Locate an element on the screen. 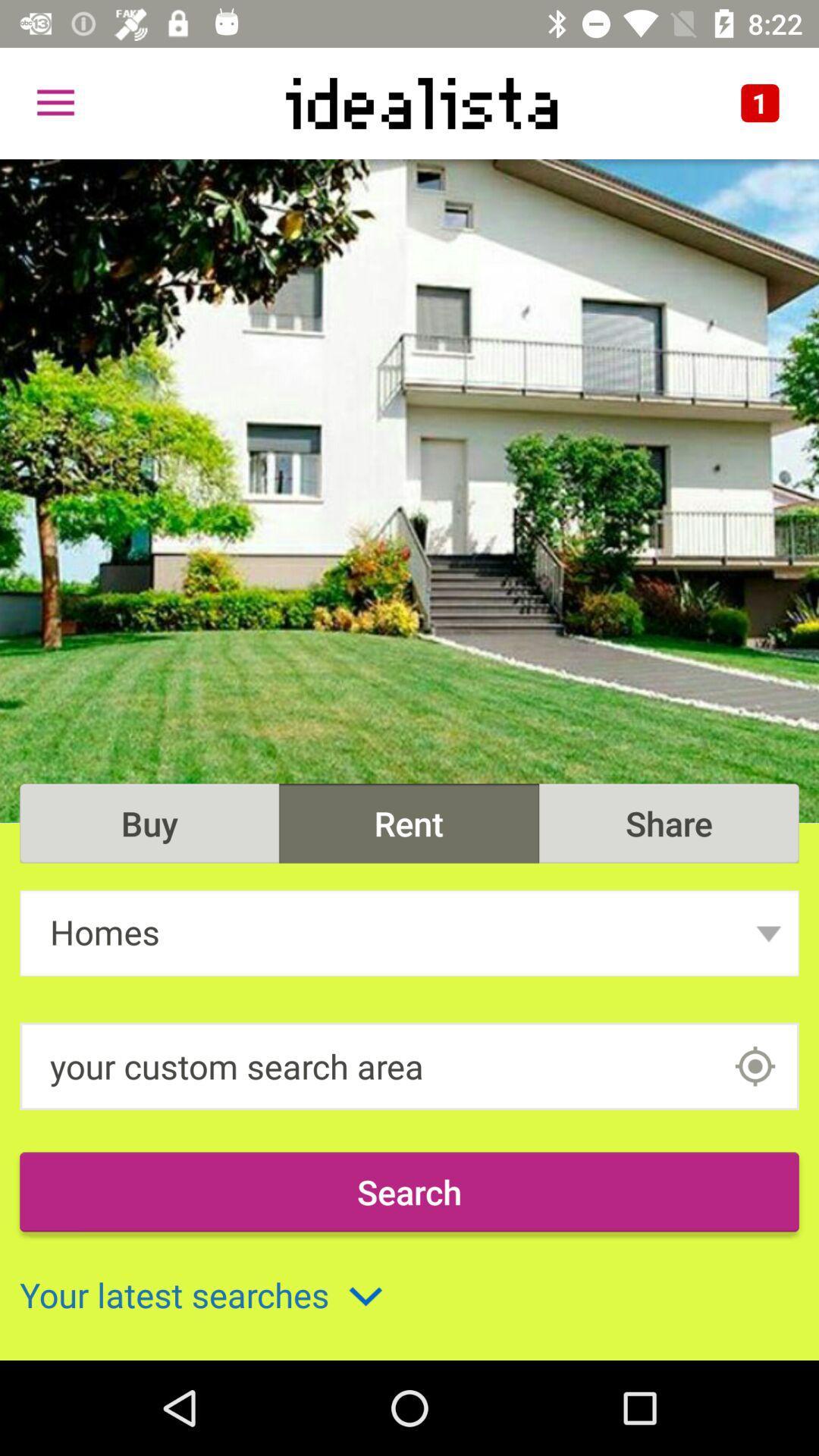  area input box is located at coordinates (755, 1065).